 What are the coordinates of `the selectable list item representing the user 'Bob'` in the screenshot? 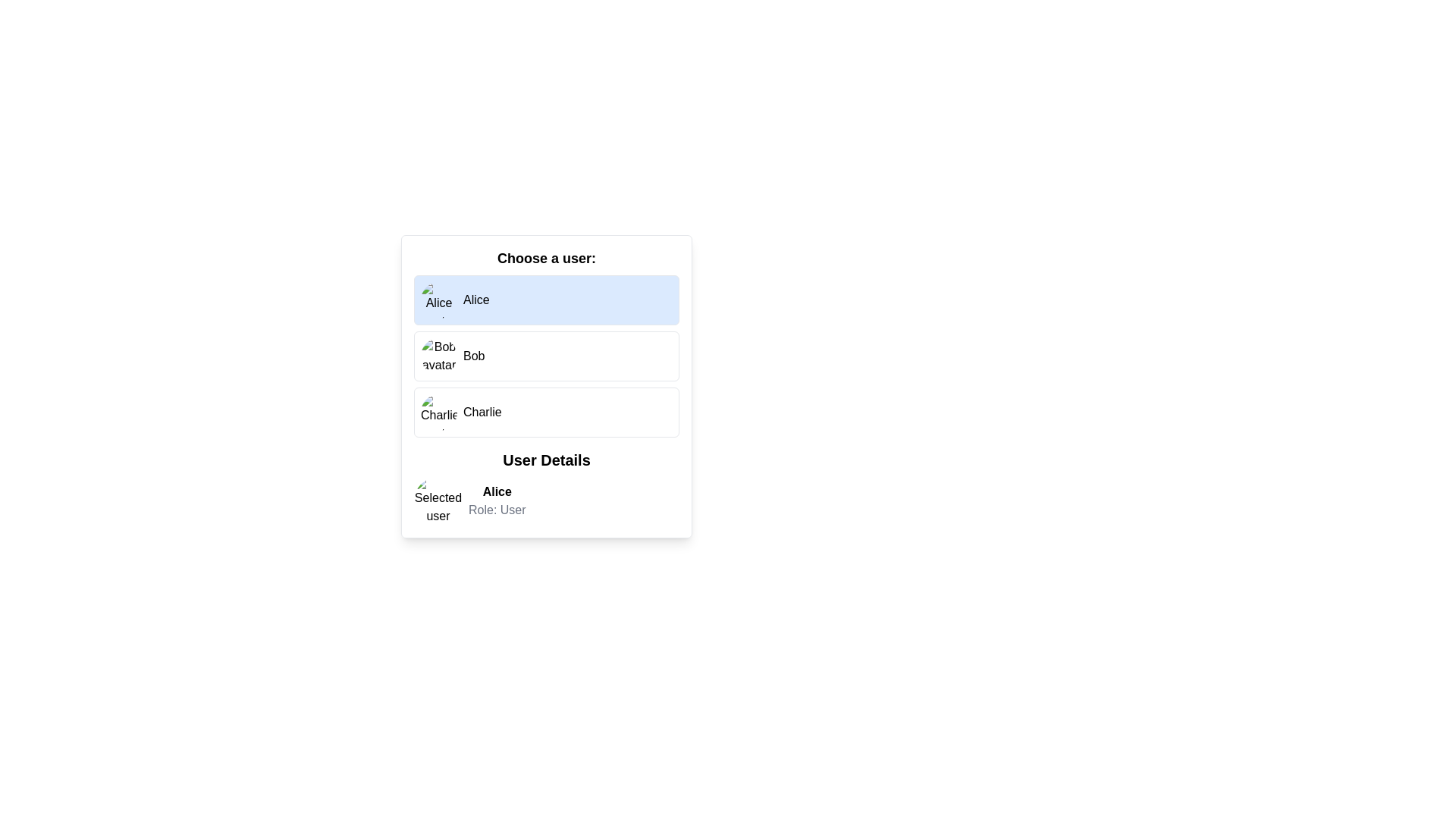 It's located at (546, 356).